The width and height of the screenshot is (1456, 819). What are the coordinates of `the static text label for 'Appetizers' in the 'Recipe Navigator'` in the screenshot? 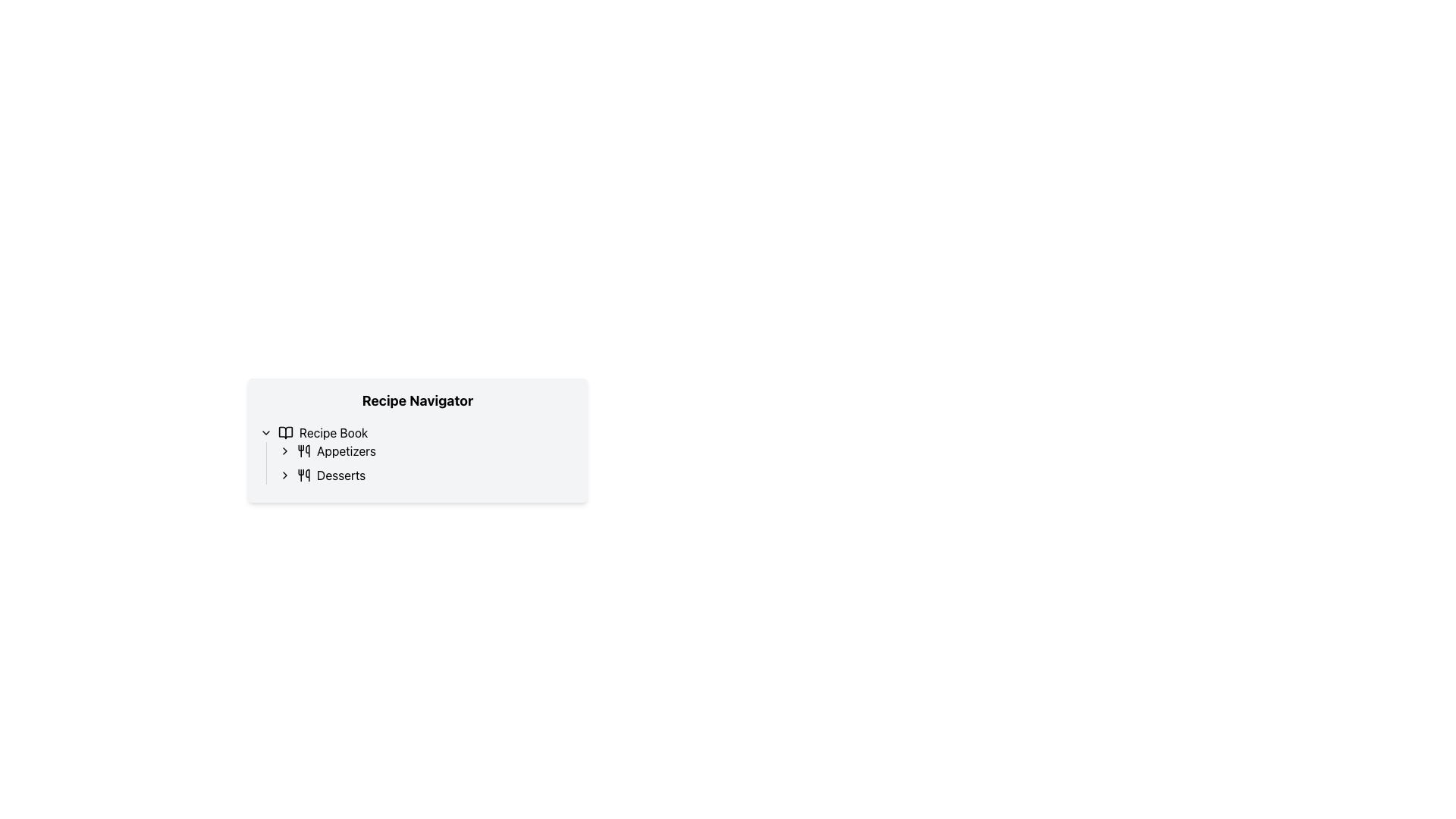 It's located at (345, 450).